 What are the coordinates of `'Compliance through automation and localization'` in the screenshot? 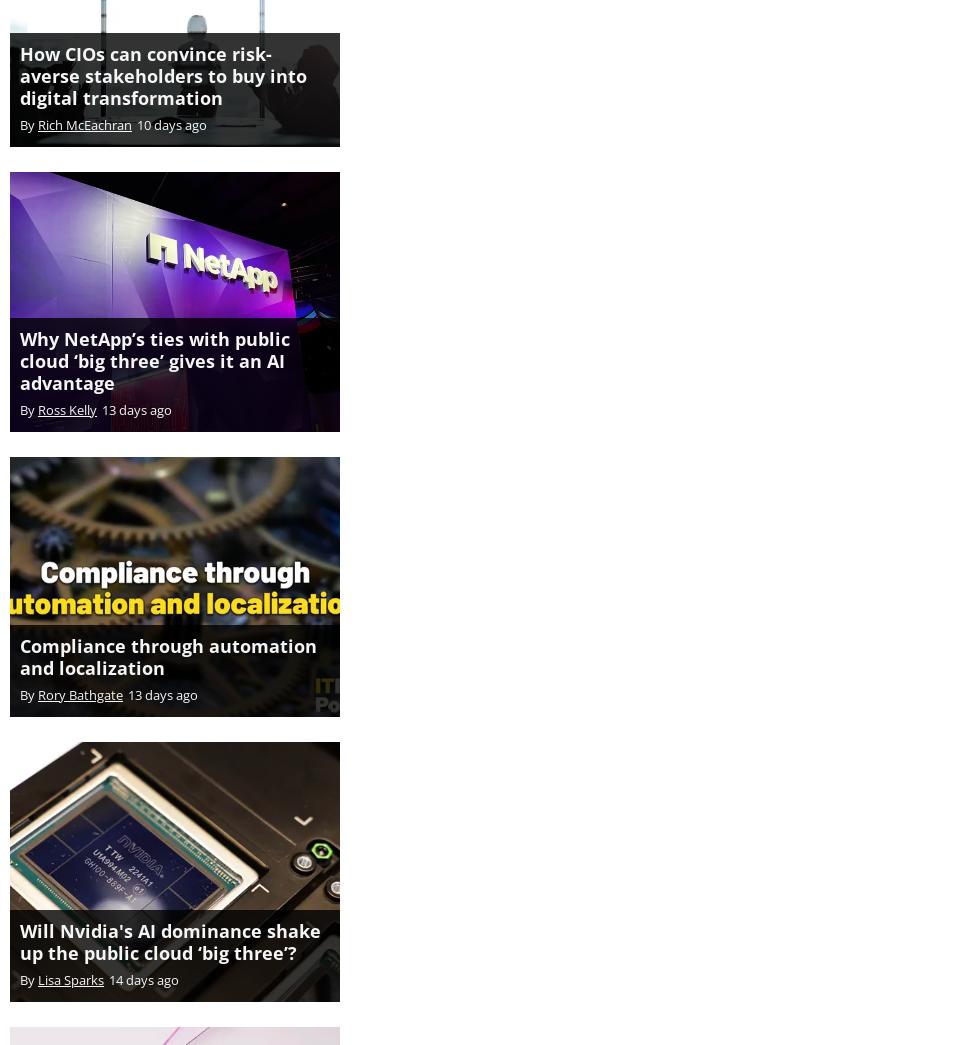 It's located at (168, 634).